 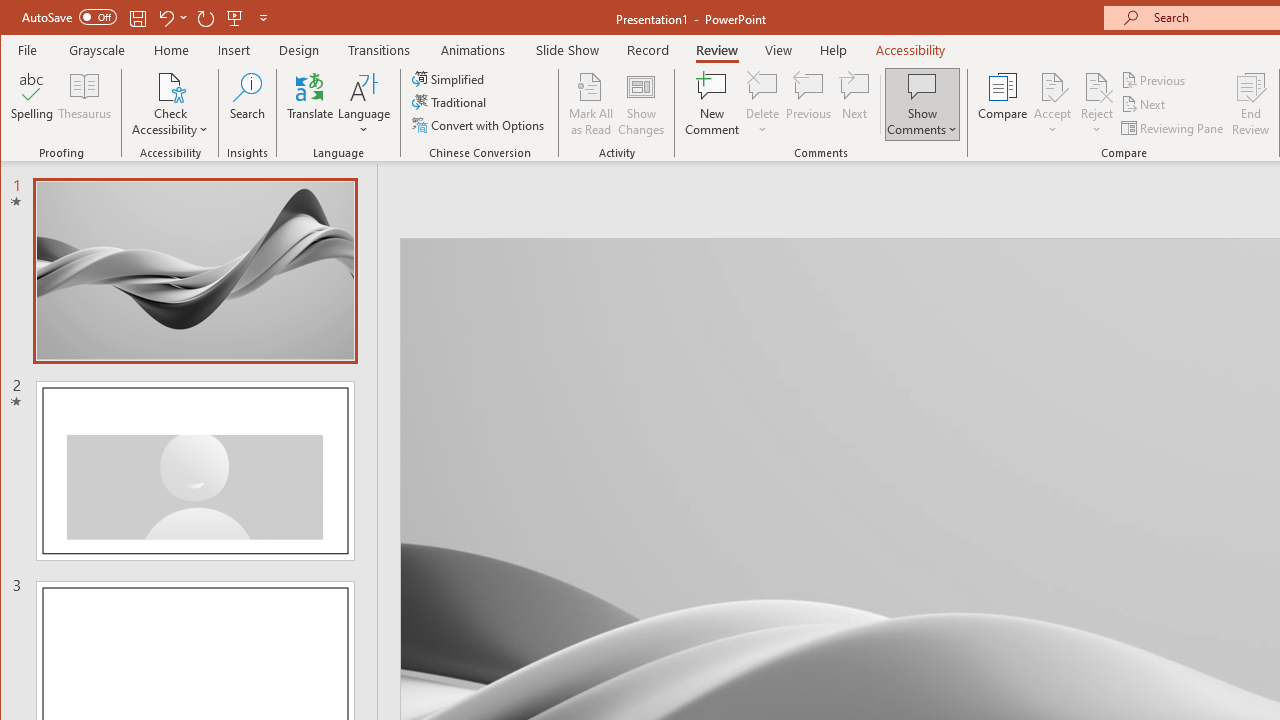 I want to click on 'Undo', so click(x=172, y=17).